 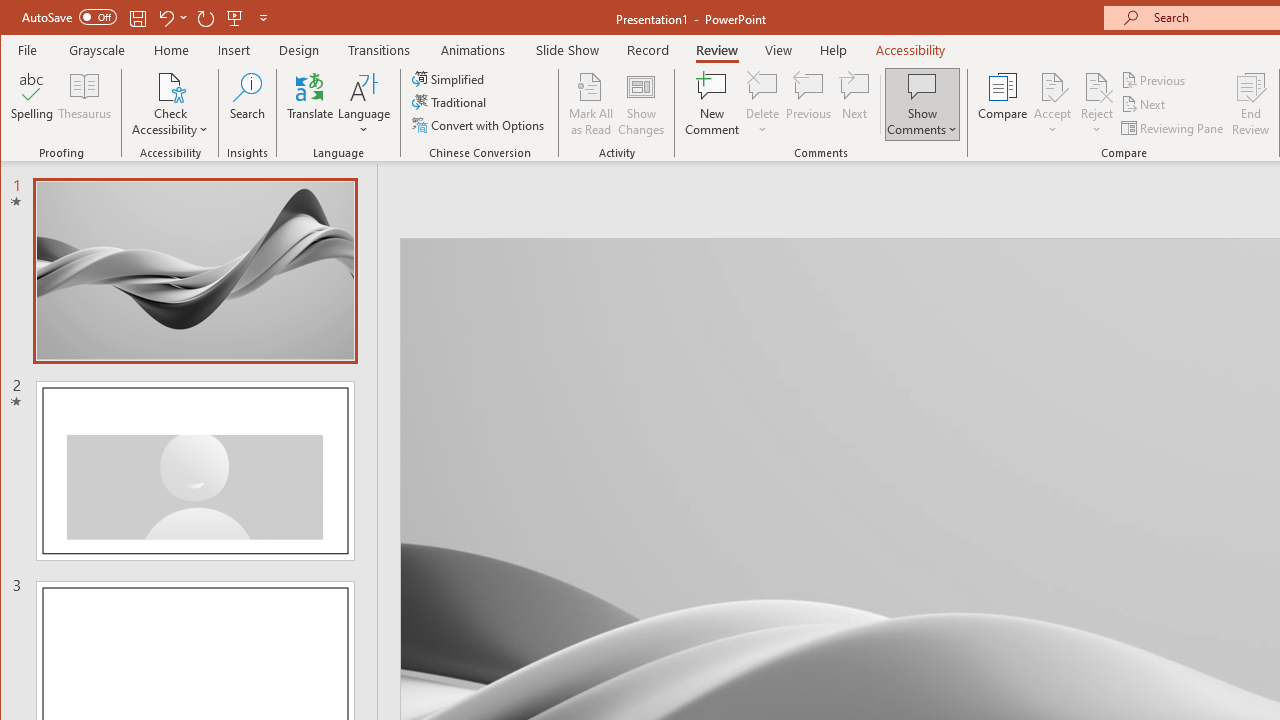 I want to click on 'Undo', so click(x=172, y=17).